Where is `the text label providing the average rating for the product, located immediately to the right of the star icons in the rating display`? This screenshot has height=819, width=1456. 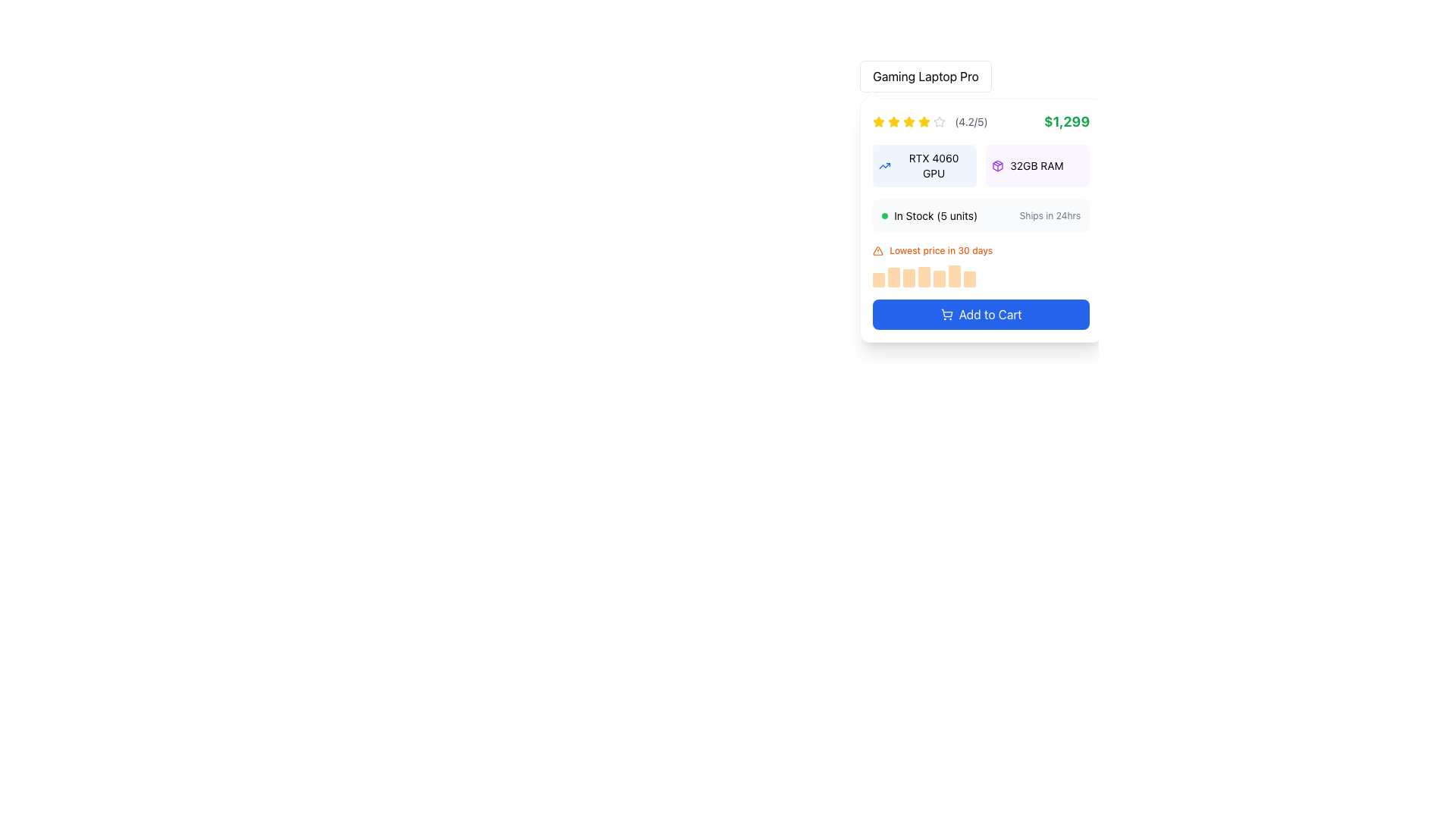
the text label providing the average rating for the product, located immediately to the right of the star icons in the rating display is located at coordinates (971, 121).